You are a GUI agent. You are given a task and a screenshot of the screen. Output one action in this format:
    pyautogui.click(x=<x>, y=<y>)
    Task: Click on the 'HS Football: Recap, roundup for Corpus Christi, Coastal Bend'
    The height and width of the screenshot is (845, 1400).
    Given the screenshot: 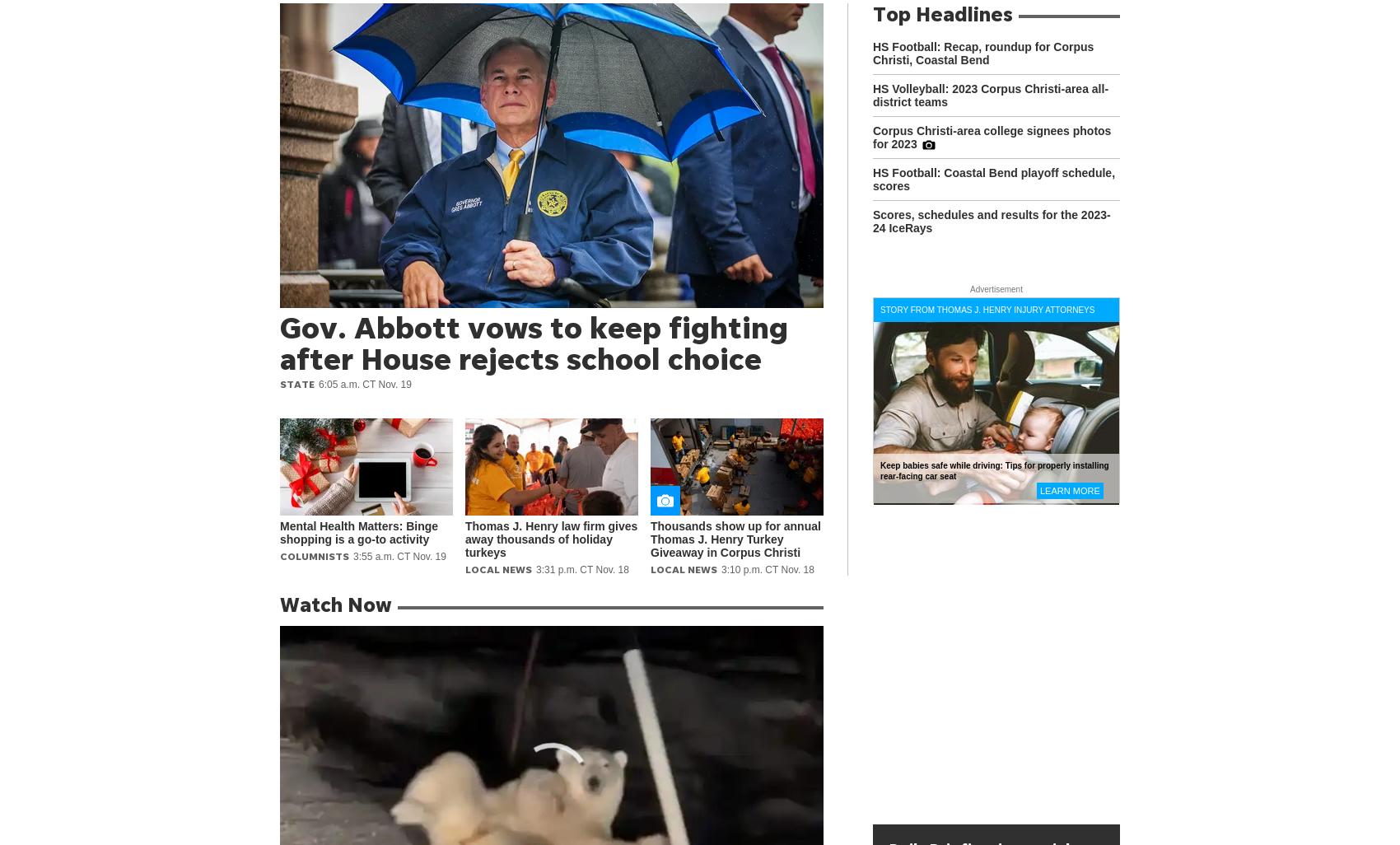 What is the action you would take?
    pyautogui.click(x=982, y=53)
    